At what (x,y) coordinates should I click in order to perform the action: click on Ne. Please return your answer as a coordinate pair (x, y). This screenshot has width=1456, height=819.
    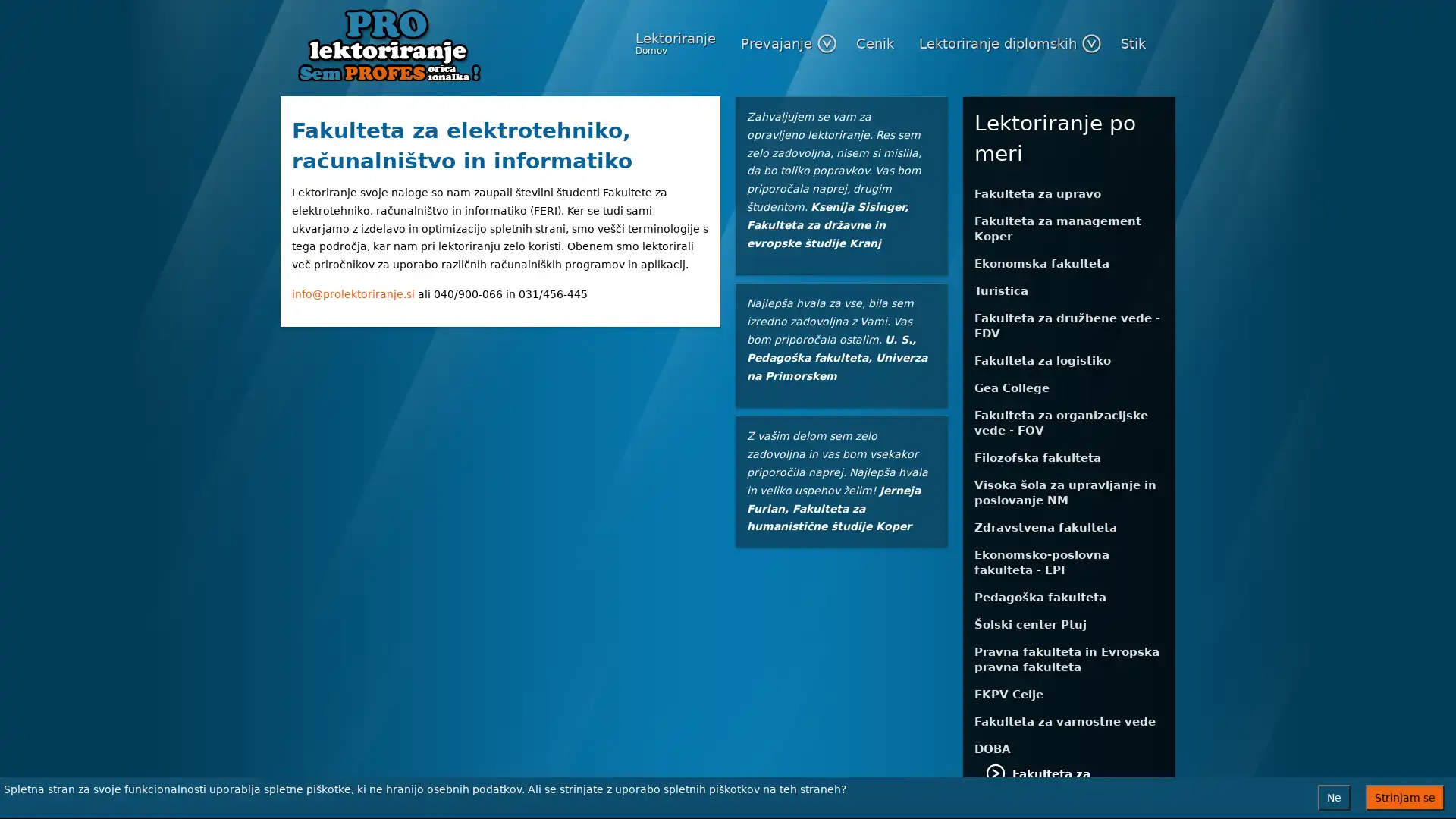
    Looking at the image, I should click on (1333, 797).